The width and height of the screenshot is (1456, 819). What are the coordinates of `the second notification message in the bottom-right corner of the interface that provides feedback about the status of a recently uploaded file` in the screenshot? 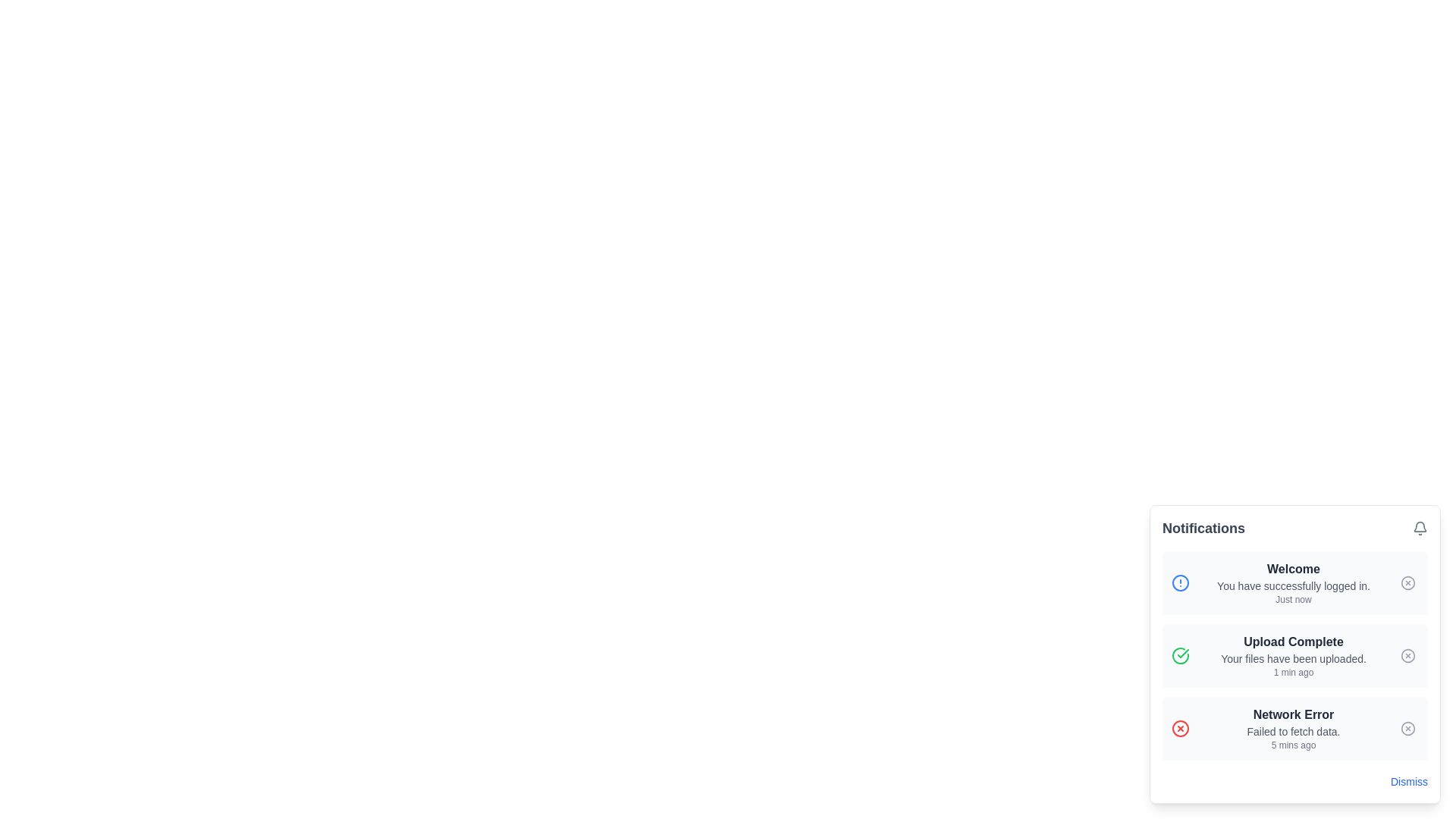 It's located at (1292, 654).